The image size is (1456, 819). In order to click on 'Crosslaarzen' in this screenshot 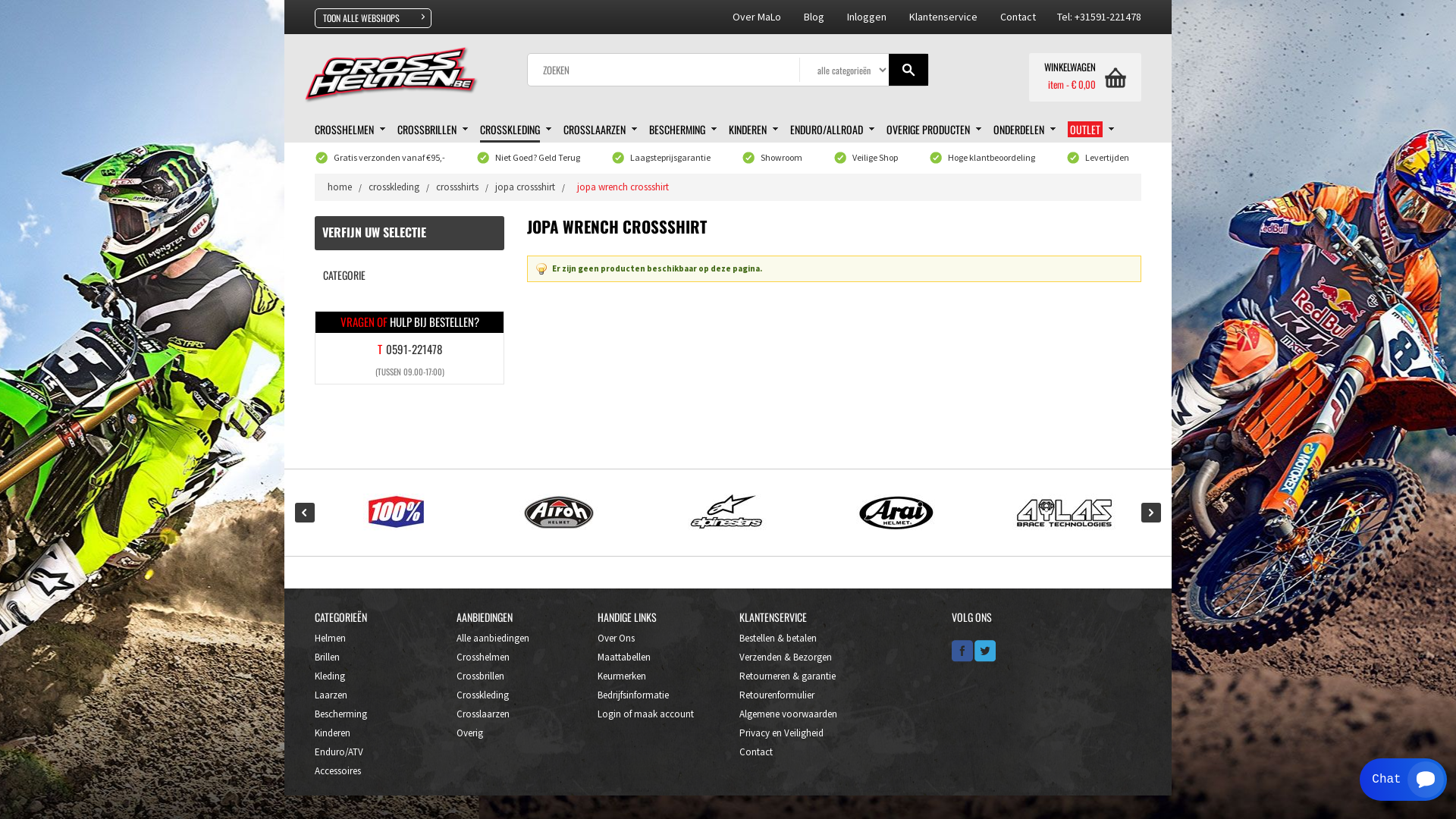, I will do `click(482, 713)`.